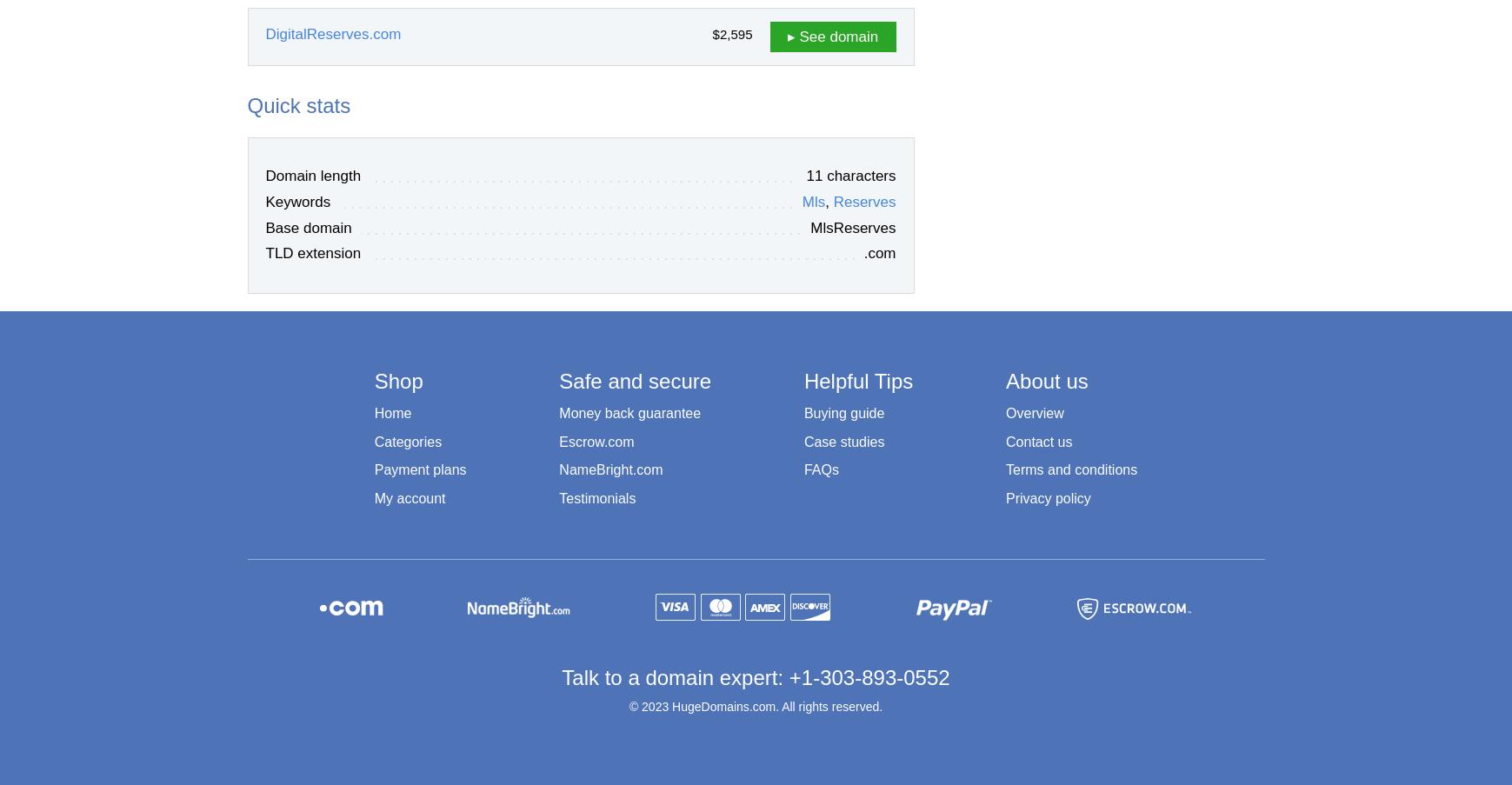 This screenshot has width=1512, height=785. Describe the element at coordinates (596, 441) in the screenshot. I see `'Escrow.com'` at that location.